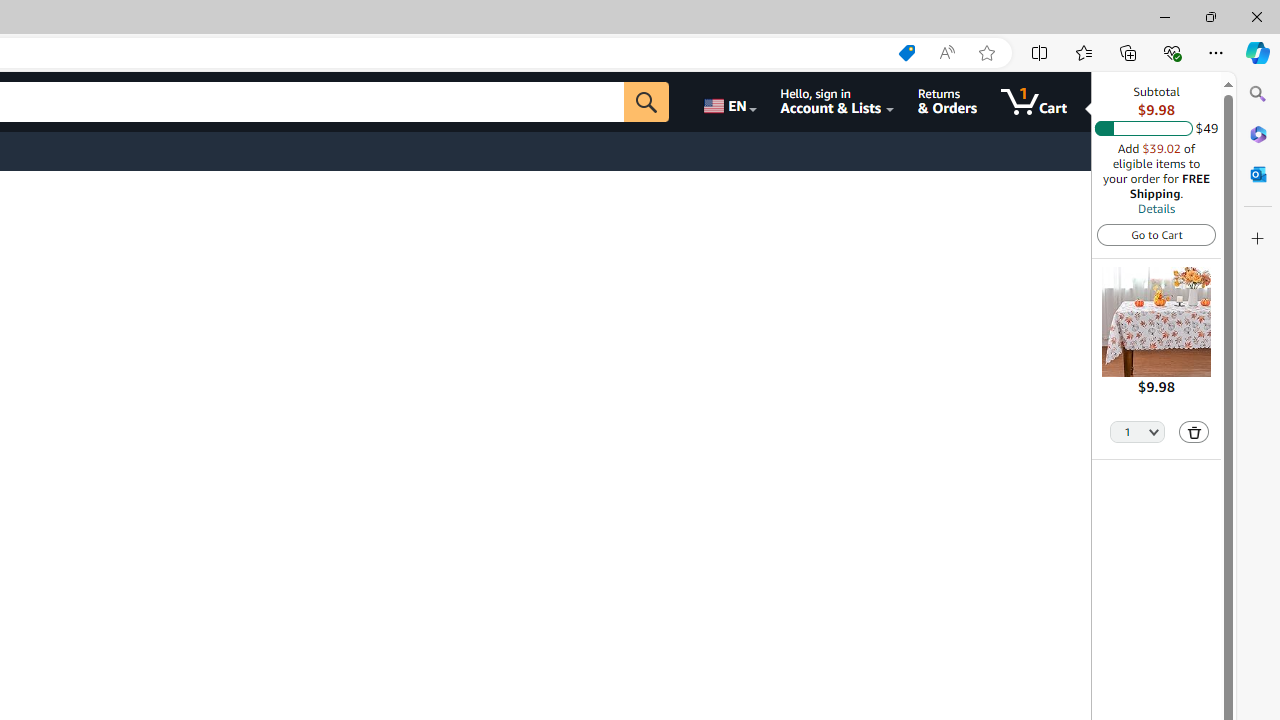 Image resolution: width=1280 pixels, height=720 pixels. Describe the element at coordinates (1137, 429) in the screenshot. I see `'Quantity Selector'` at that location.